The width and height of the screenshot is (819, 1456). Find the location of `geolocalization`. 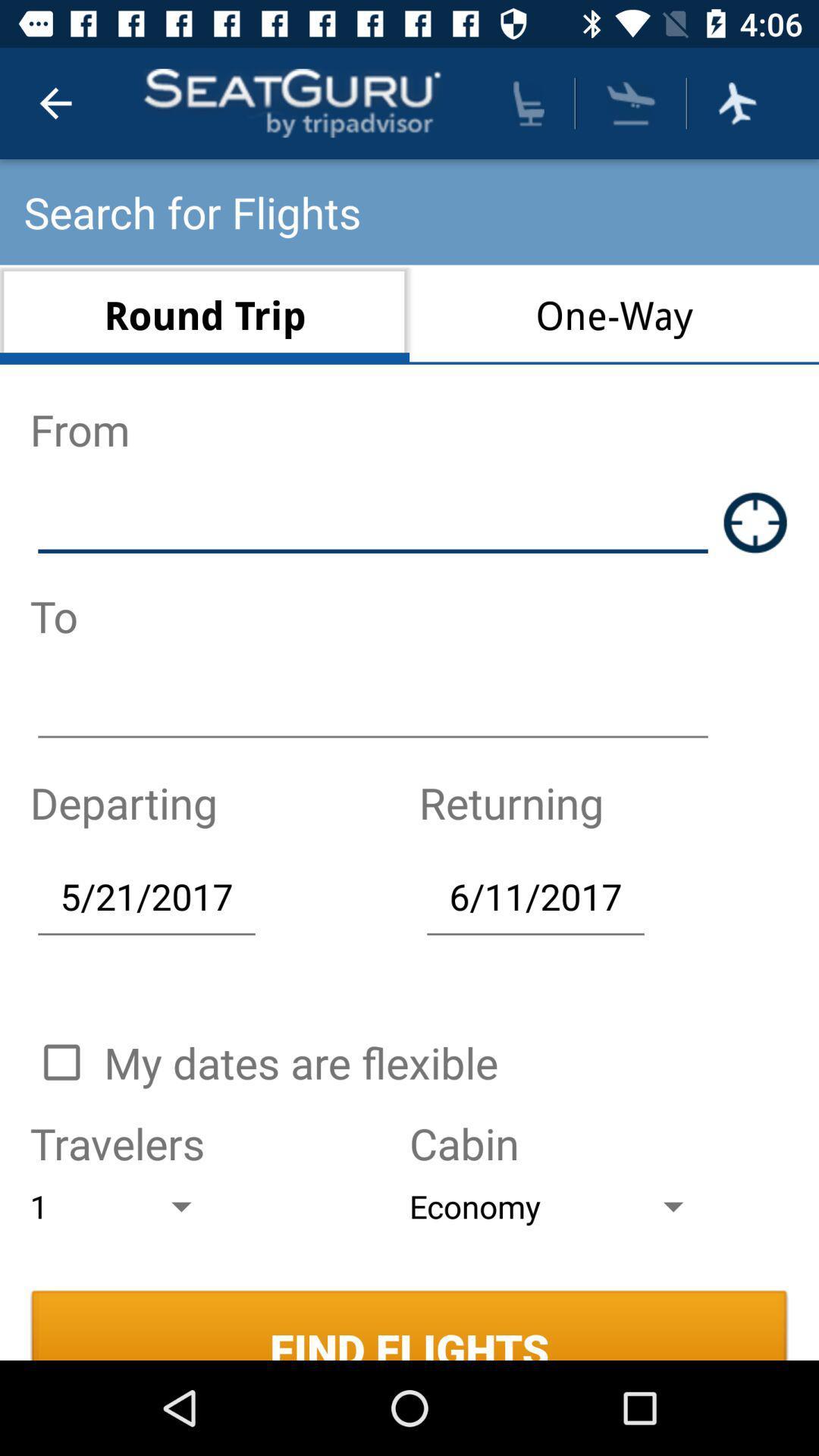

geolocalization is located at coordinates (755, 522).